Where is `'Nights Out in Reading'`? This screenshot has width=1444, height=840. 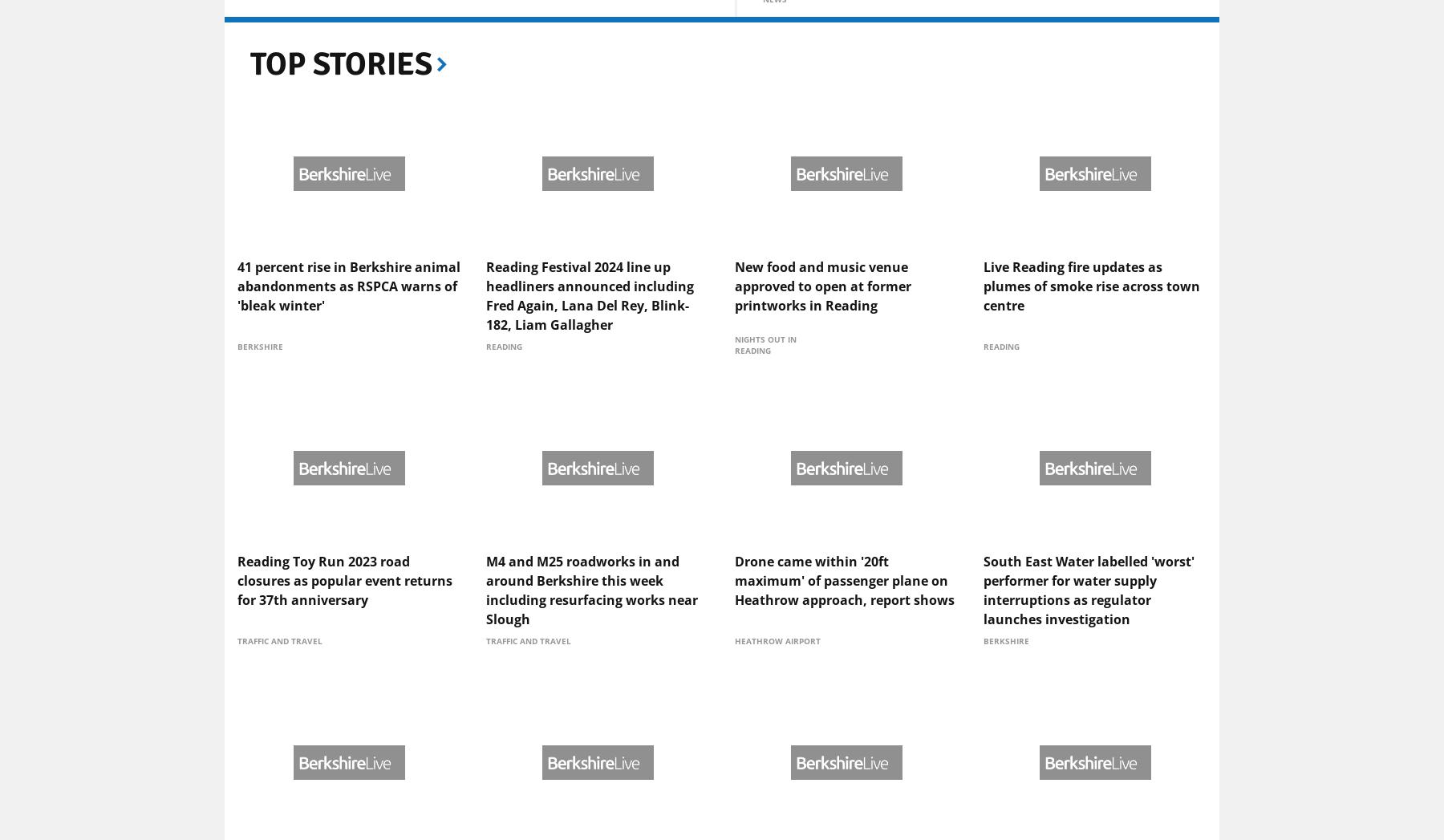 'Nights Out in Reading' is located at coordinates (765, 472).